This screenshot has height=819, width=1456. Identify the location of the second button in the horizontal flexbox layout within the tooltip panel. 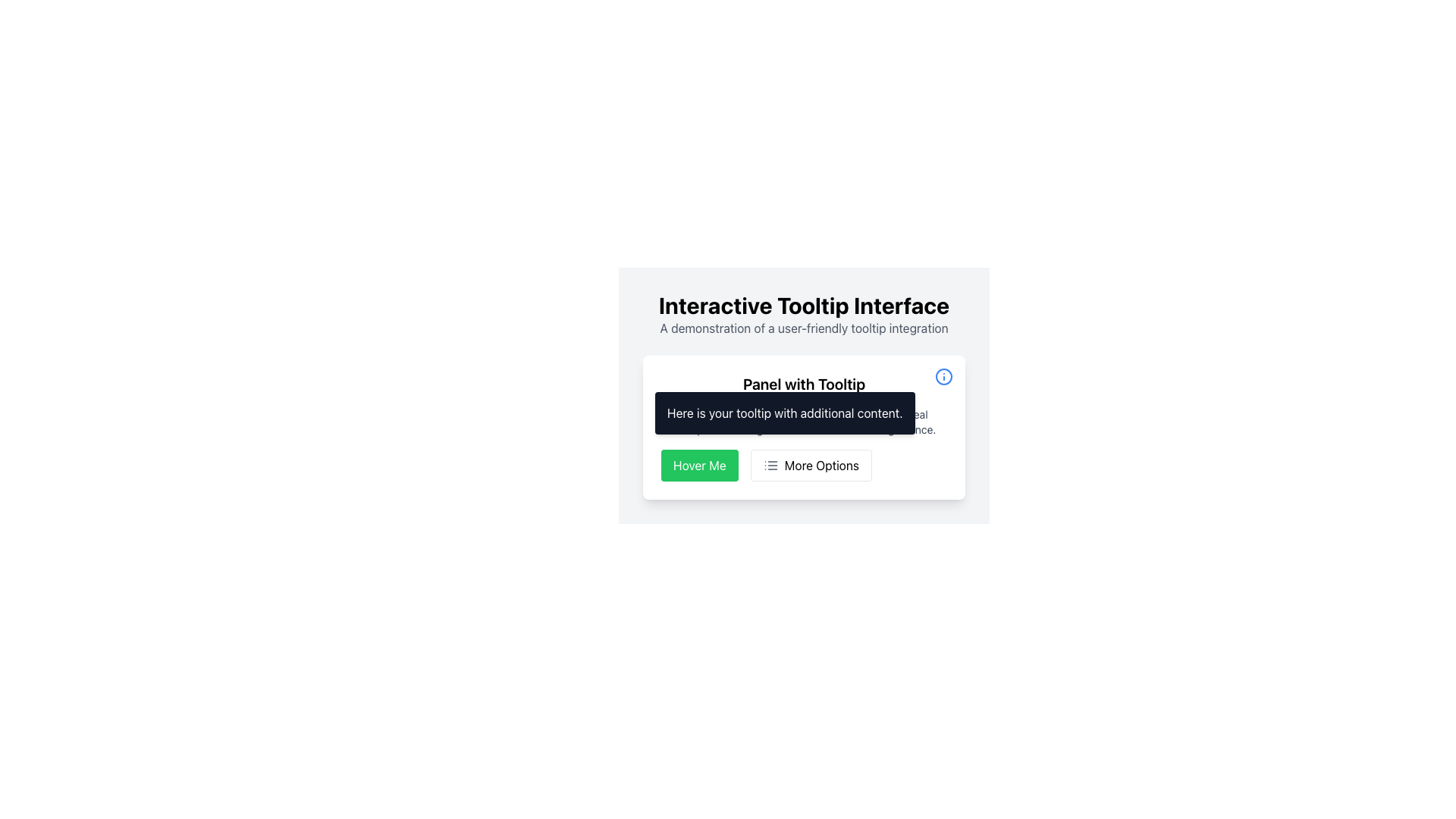
(803, 464).